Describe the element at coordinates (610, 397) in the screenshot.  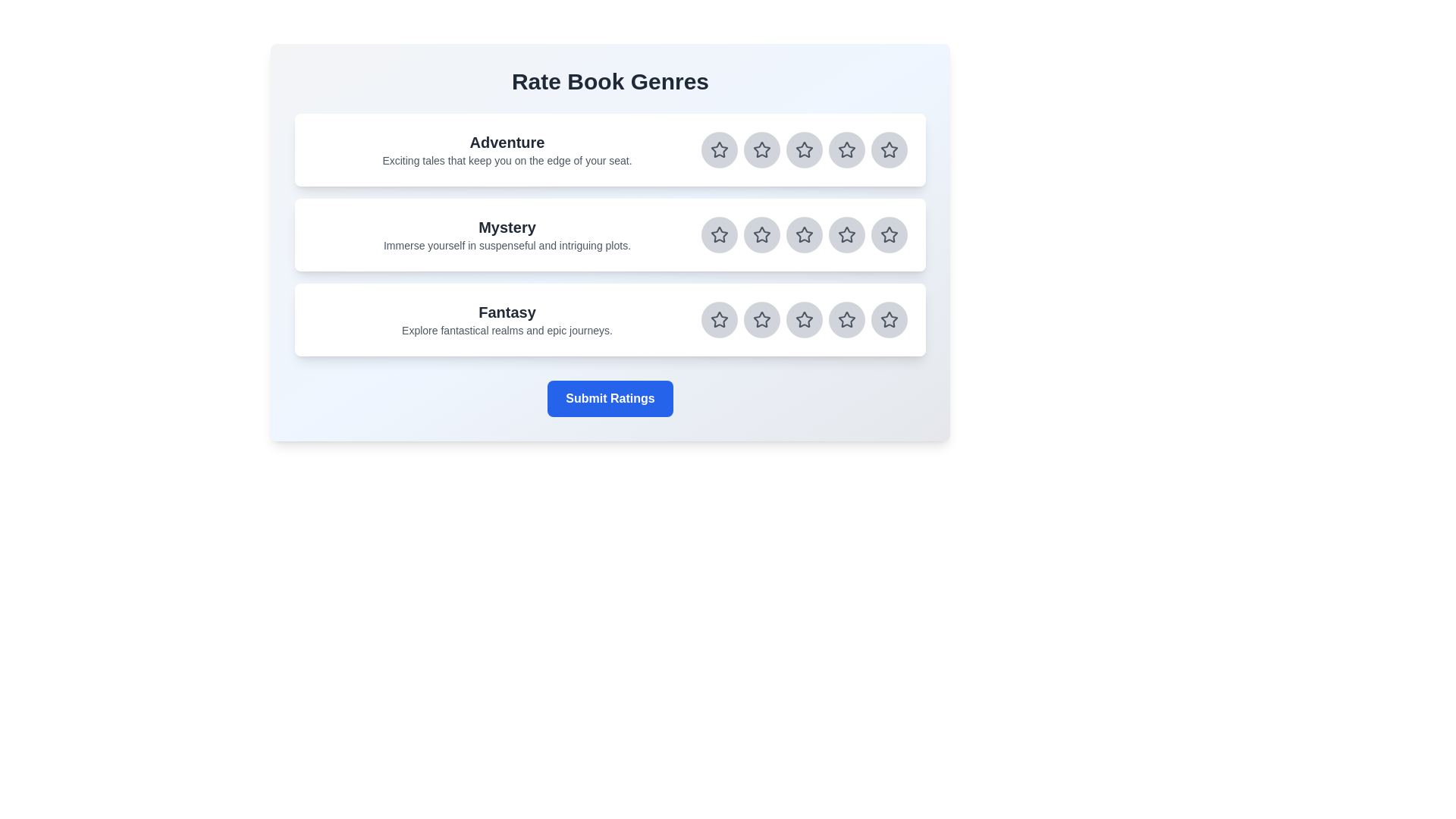
I see `the 'Submit Ratings' button to submit the ratings` at that location.